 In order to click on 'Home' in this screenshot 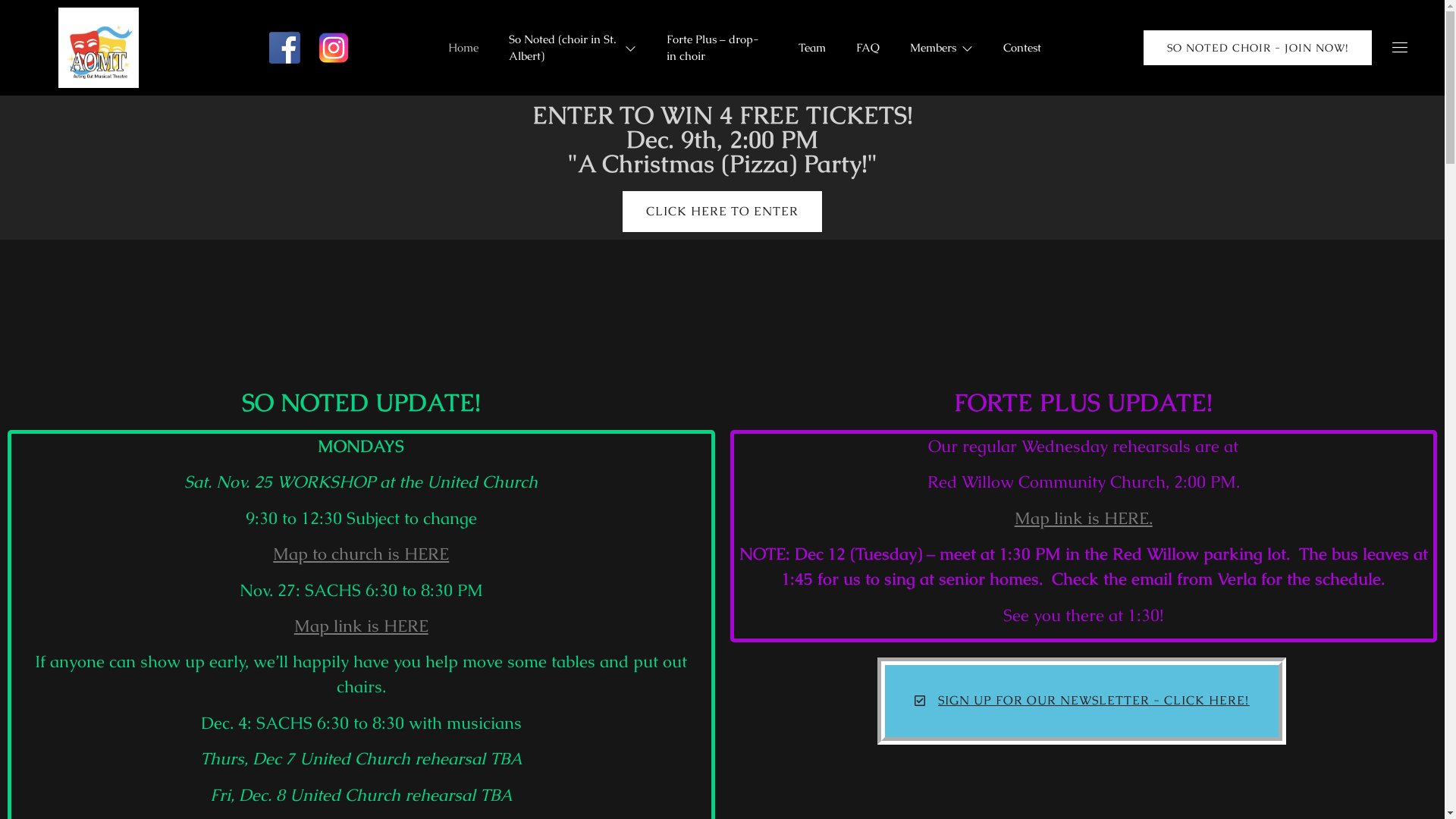, I will do `click(462, 46)`.